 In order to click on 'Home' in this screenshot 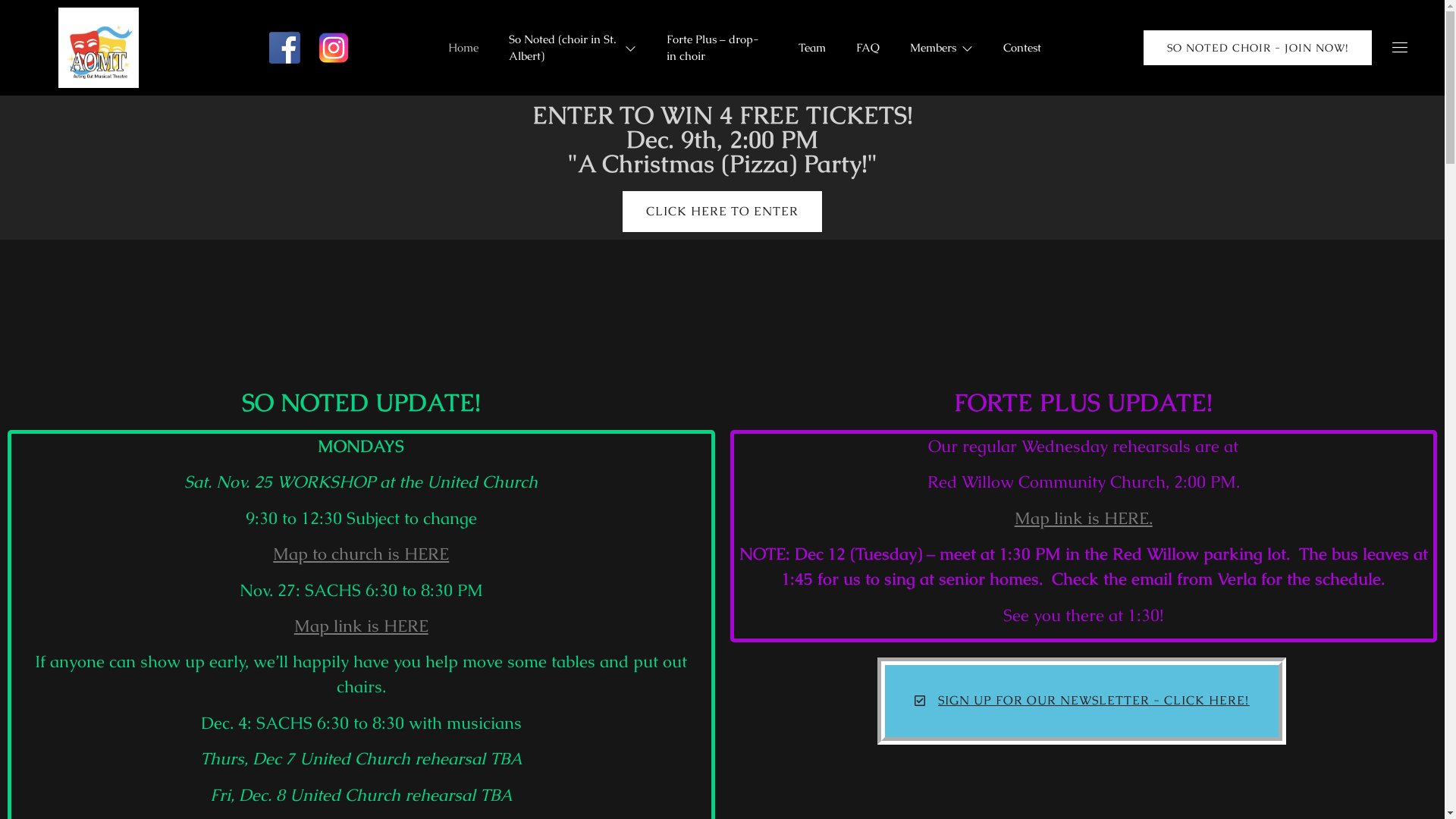, I will do `click(462, 46)`.